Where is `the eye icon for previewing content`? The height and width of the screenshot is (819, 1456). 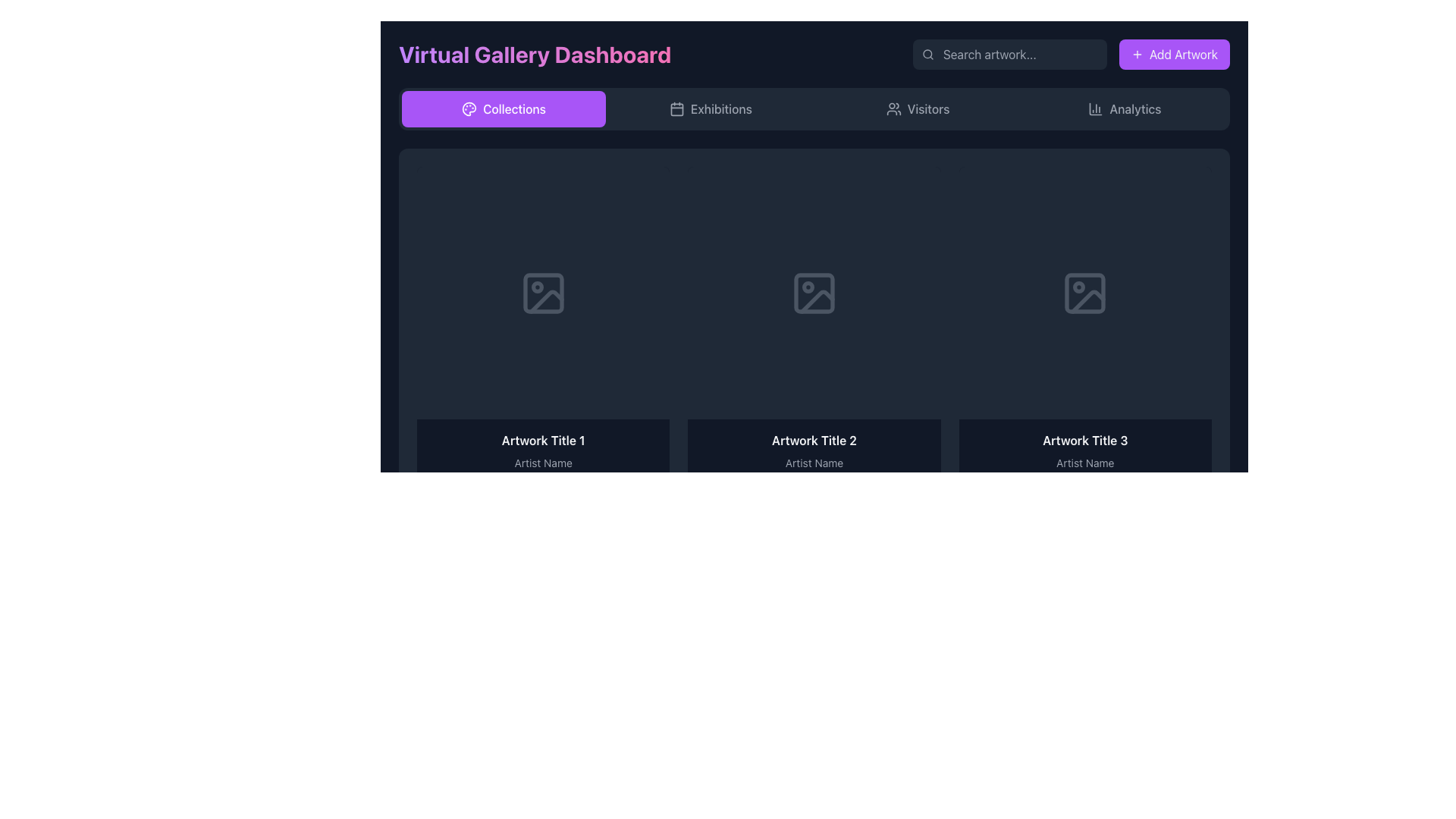 the eye icon for previewing content is located at coordinates (523, 293).